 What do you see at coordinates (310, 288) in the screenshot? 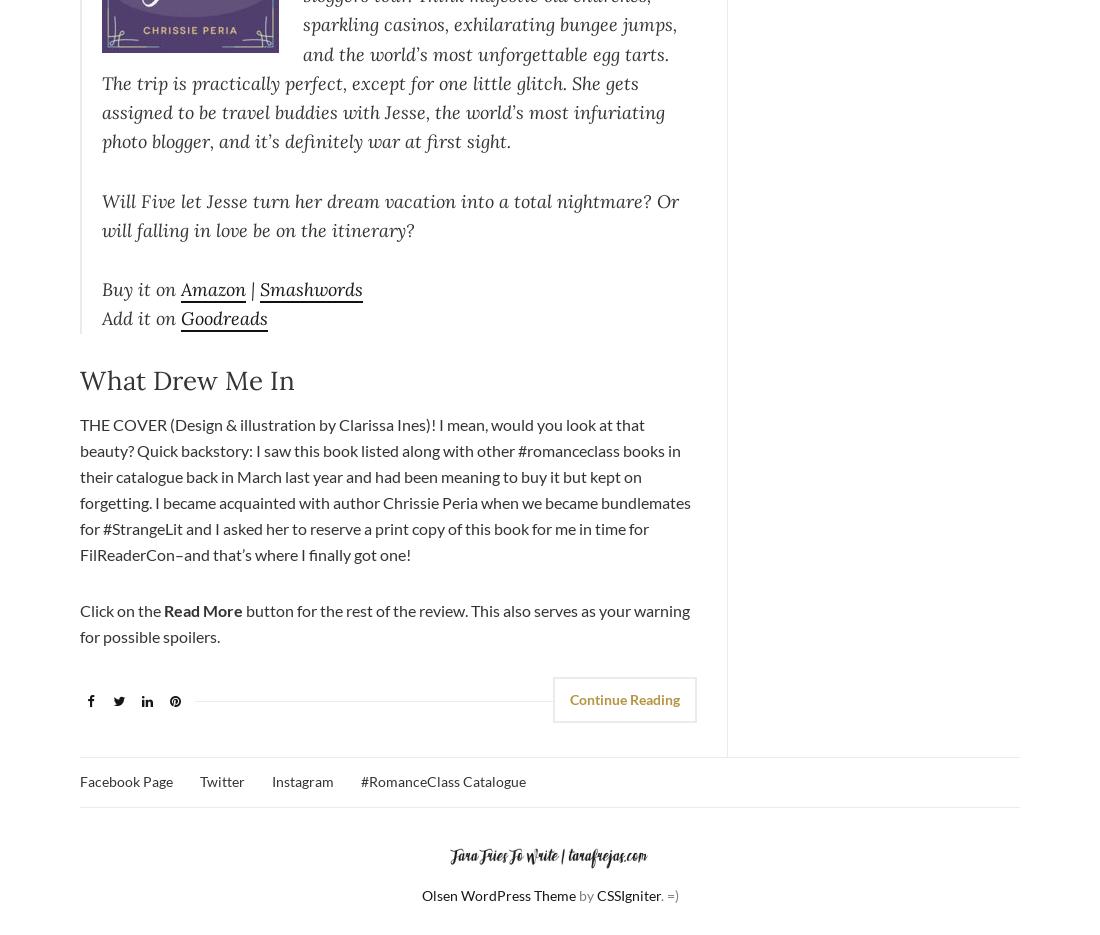
I see `'Smashwords'` at bounding box center [310, 288].